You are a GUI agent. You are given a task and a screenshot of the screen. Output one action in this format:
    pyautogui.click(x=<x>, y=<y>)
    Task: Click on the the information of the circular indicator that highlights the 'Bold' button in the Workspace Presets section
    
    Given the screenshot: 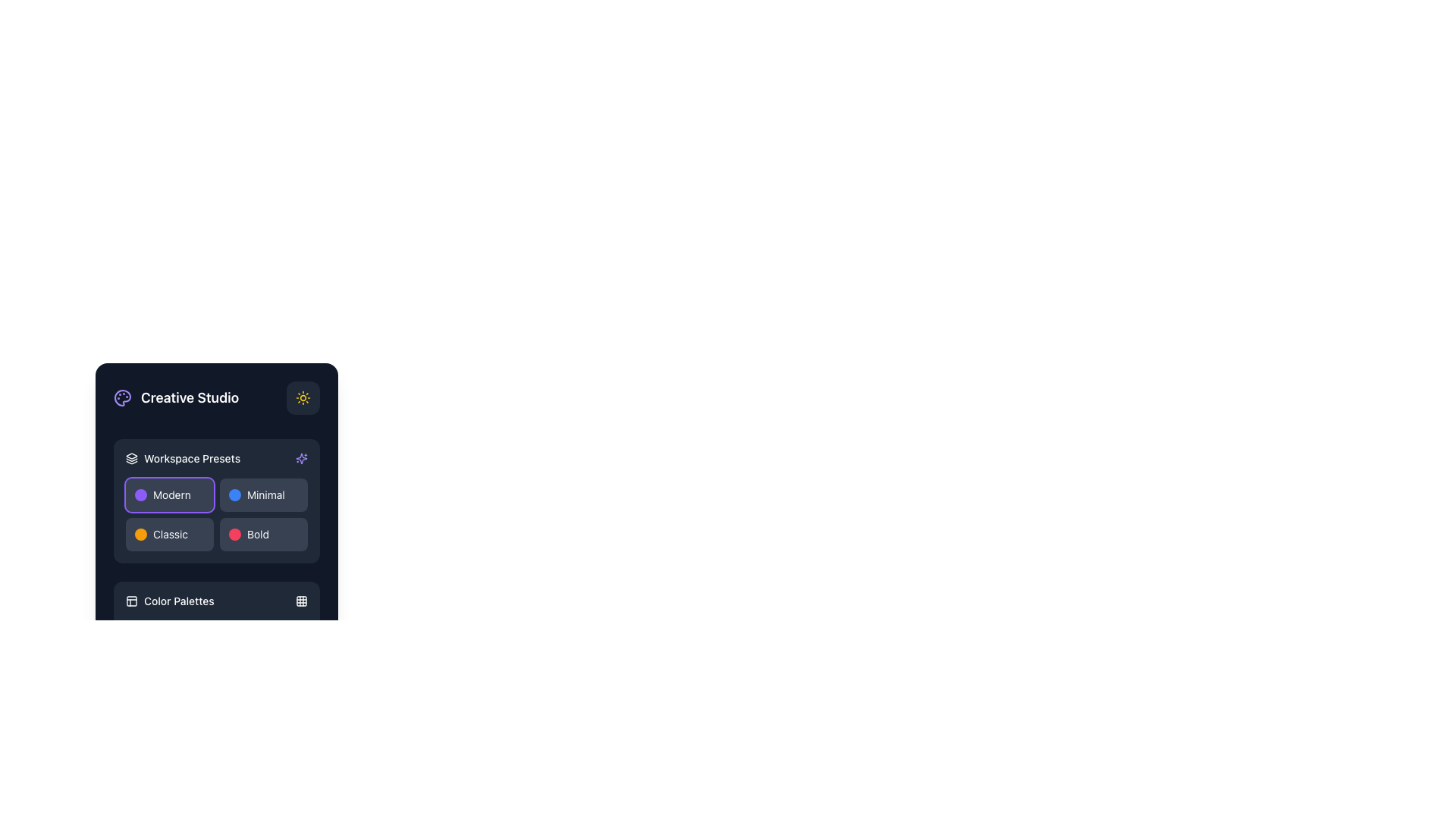 What is the action you would take?
    pyautogui.click(x=234, y=534)
    